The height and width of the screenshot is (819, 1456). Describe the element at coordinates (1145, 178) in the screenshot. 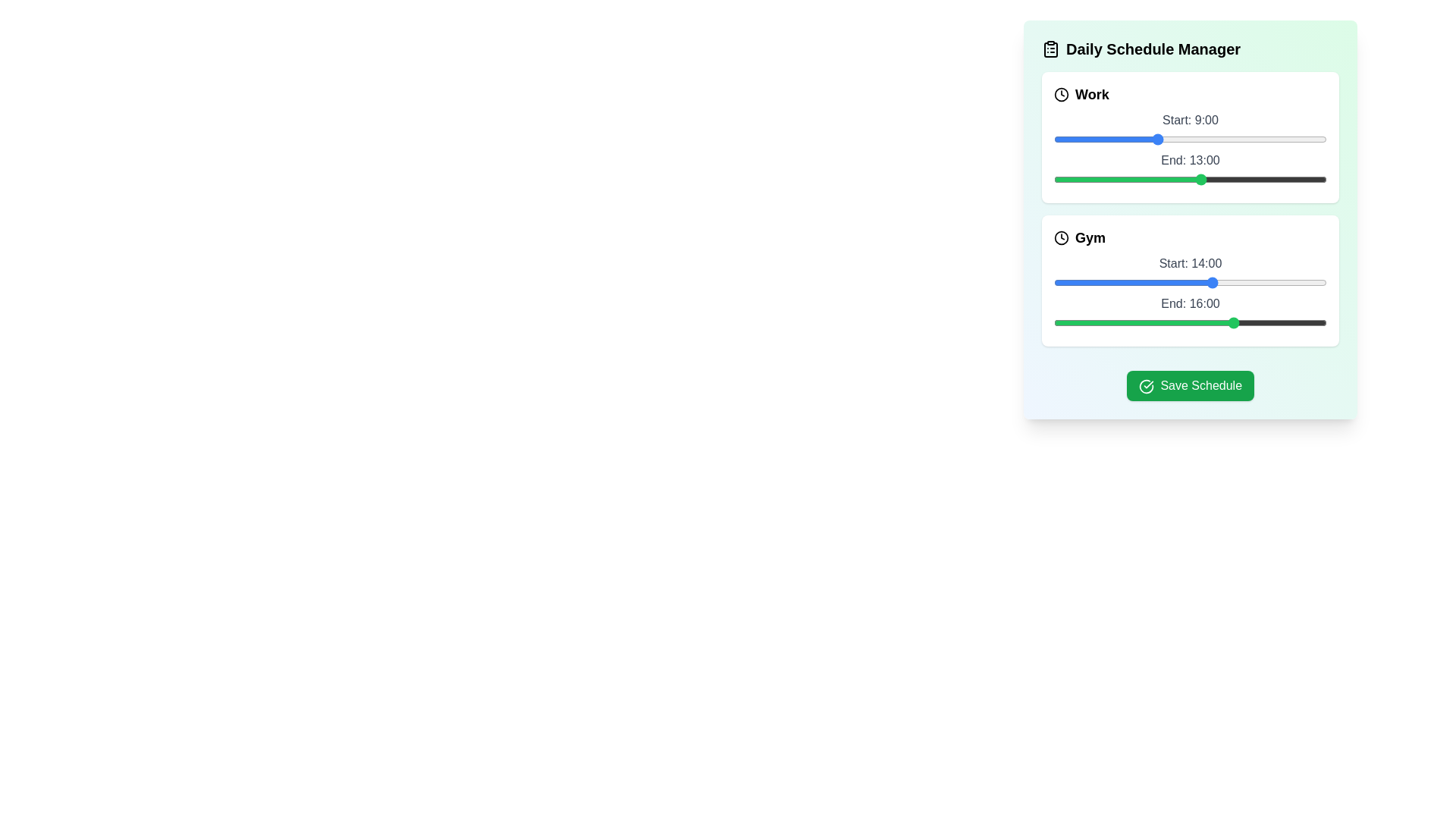

I see `the end time of the task to 8 hours using the slider` at that location.